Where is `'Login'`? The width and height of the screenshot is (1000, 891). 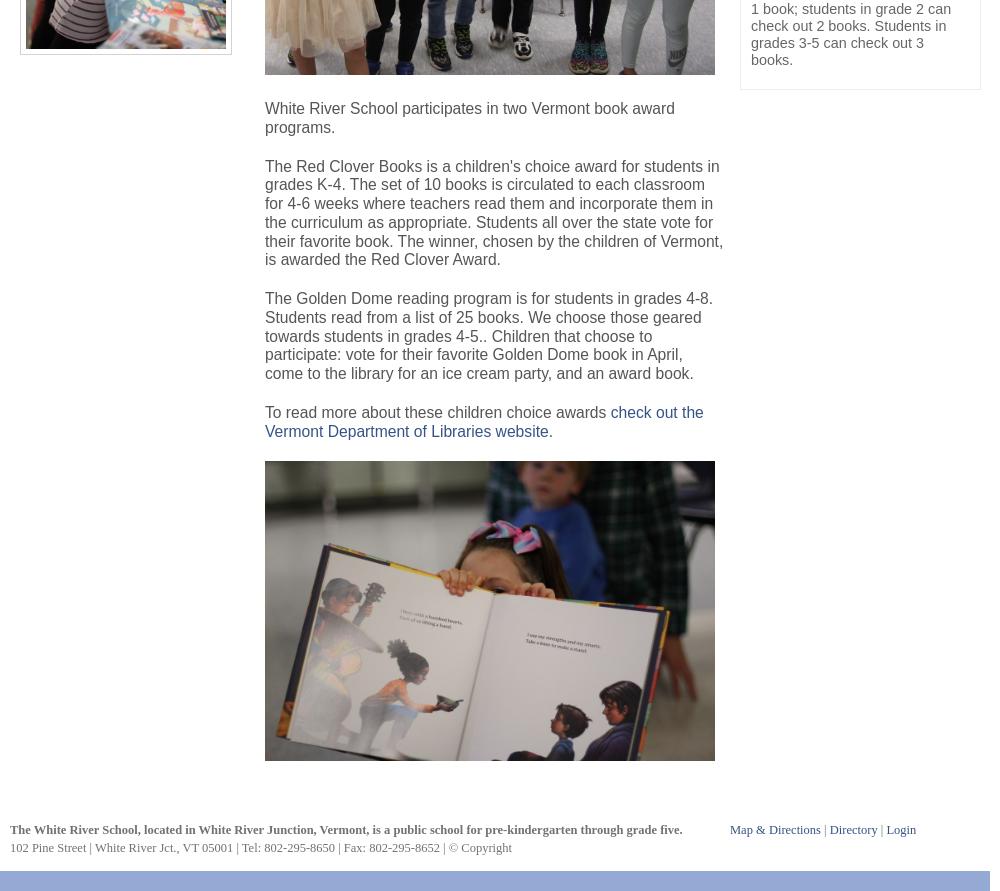 'Login' is located at coordinates (901, 828).